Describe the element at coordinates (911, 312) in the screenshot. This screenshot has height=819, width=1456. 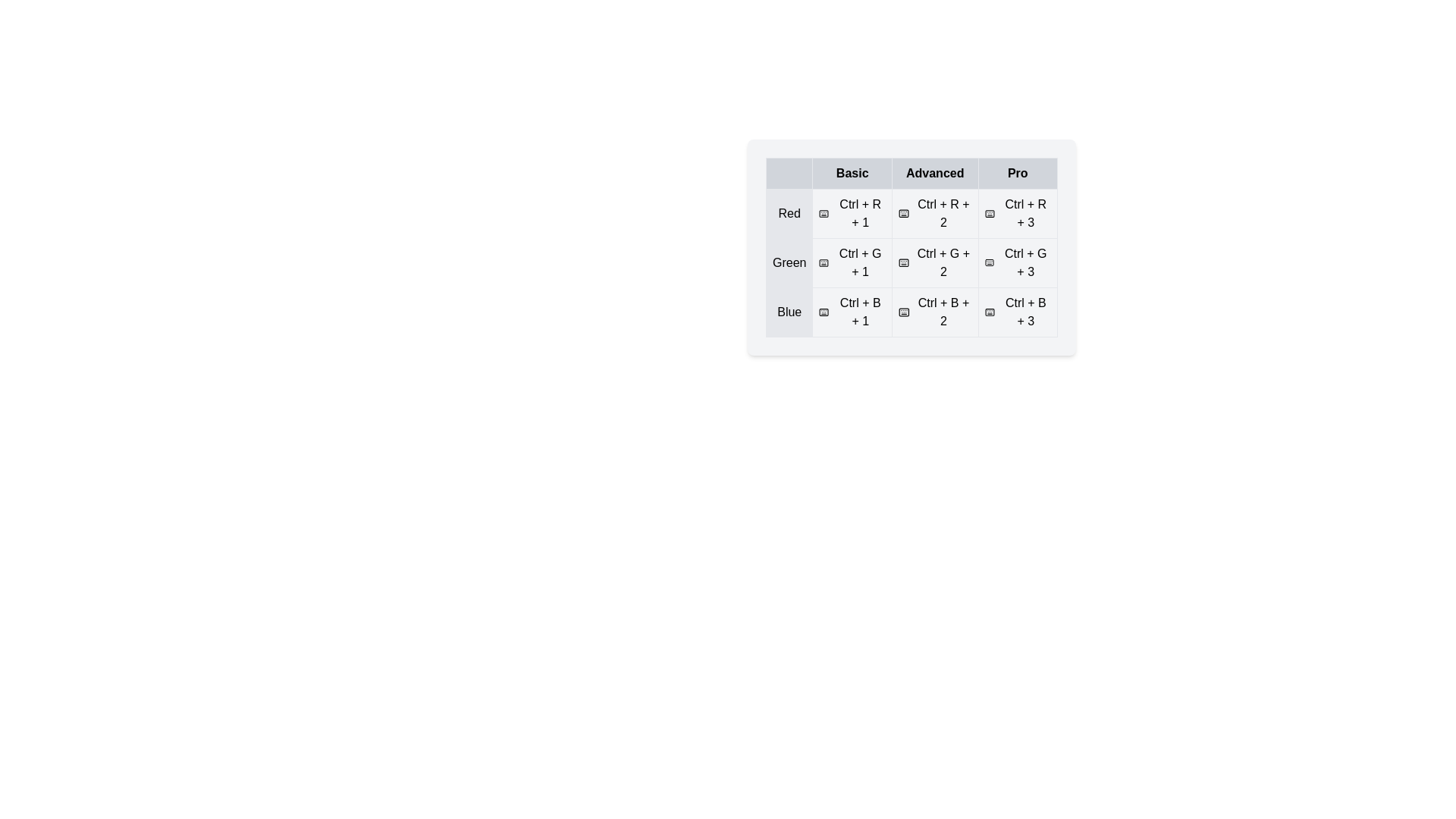
I see `the text block displaying 'Ctrl + B + 2' in the second column of the third row of the tabular structure` at that location.